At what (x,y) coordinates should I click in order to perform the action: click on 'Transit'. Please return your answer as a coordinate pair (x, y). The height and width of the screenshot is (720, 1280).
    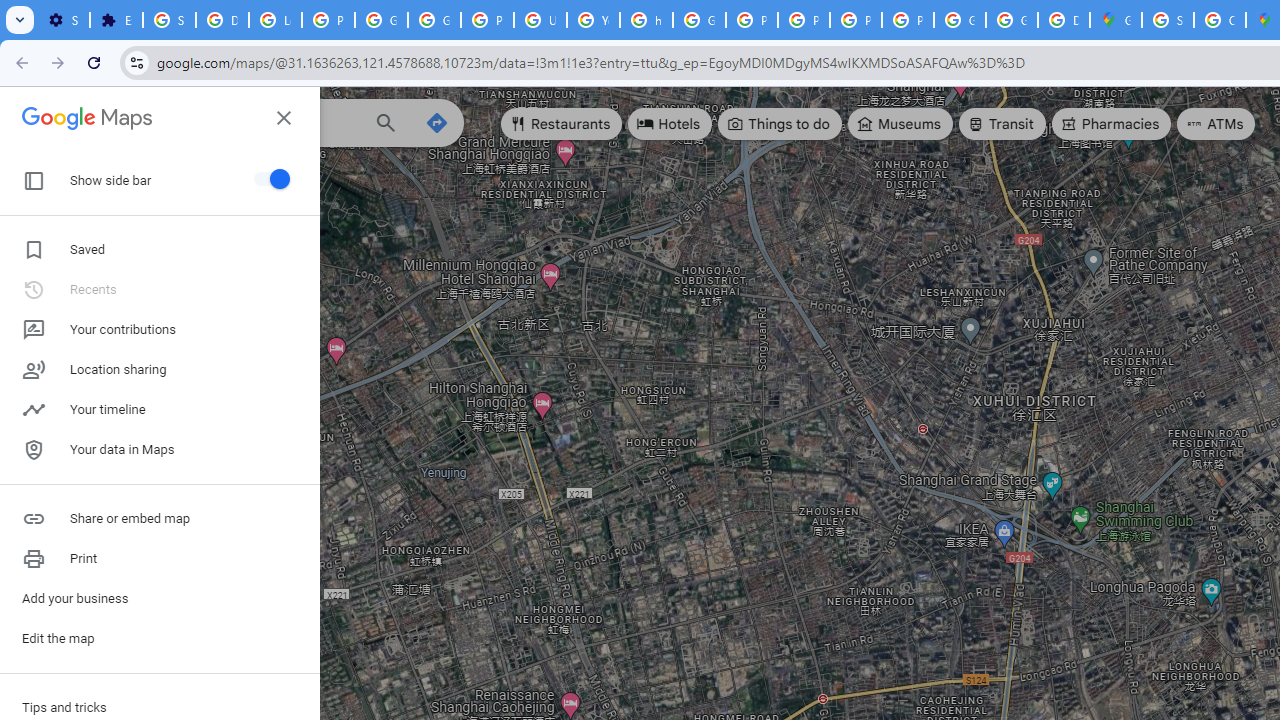
    Looking at the image, I should click on (1001, 124).